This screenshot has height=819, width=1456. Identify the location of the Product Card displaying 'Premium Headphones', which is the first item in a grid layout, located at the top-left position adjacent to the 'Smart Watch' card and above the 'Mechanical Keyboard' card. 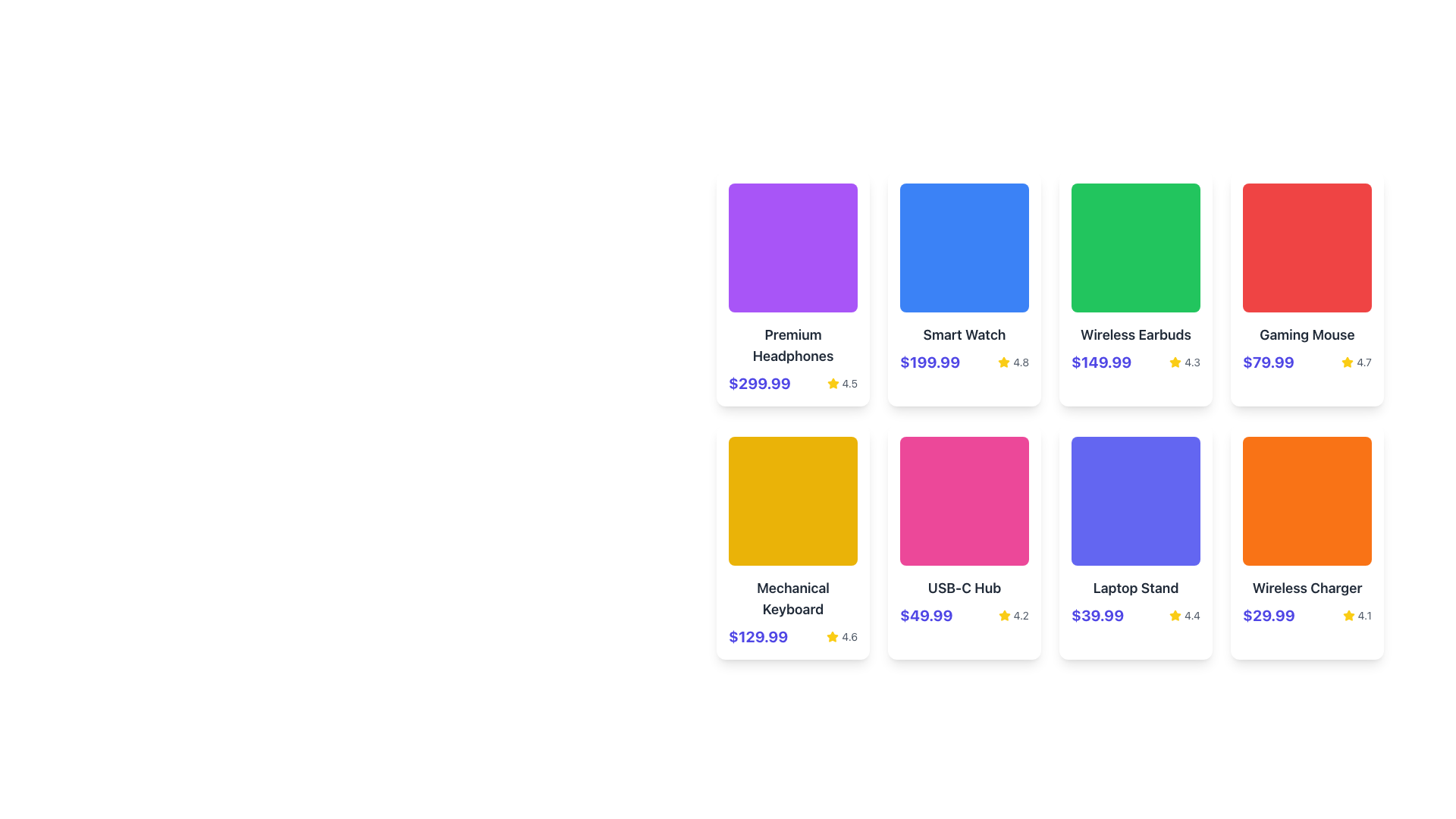
(792, 289).